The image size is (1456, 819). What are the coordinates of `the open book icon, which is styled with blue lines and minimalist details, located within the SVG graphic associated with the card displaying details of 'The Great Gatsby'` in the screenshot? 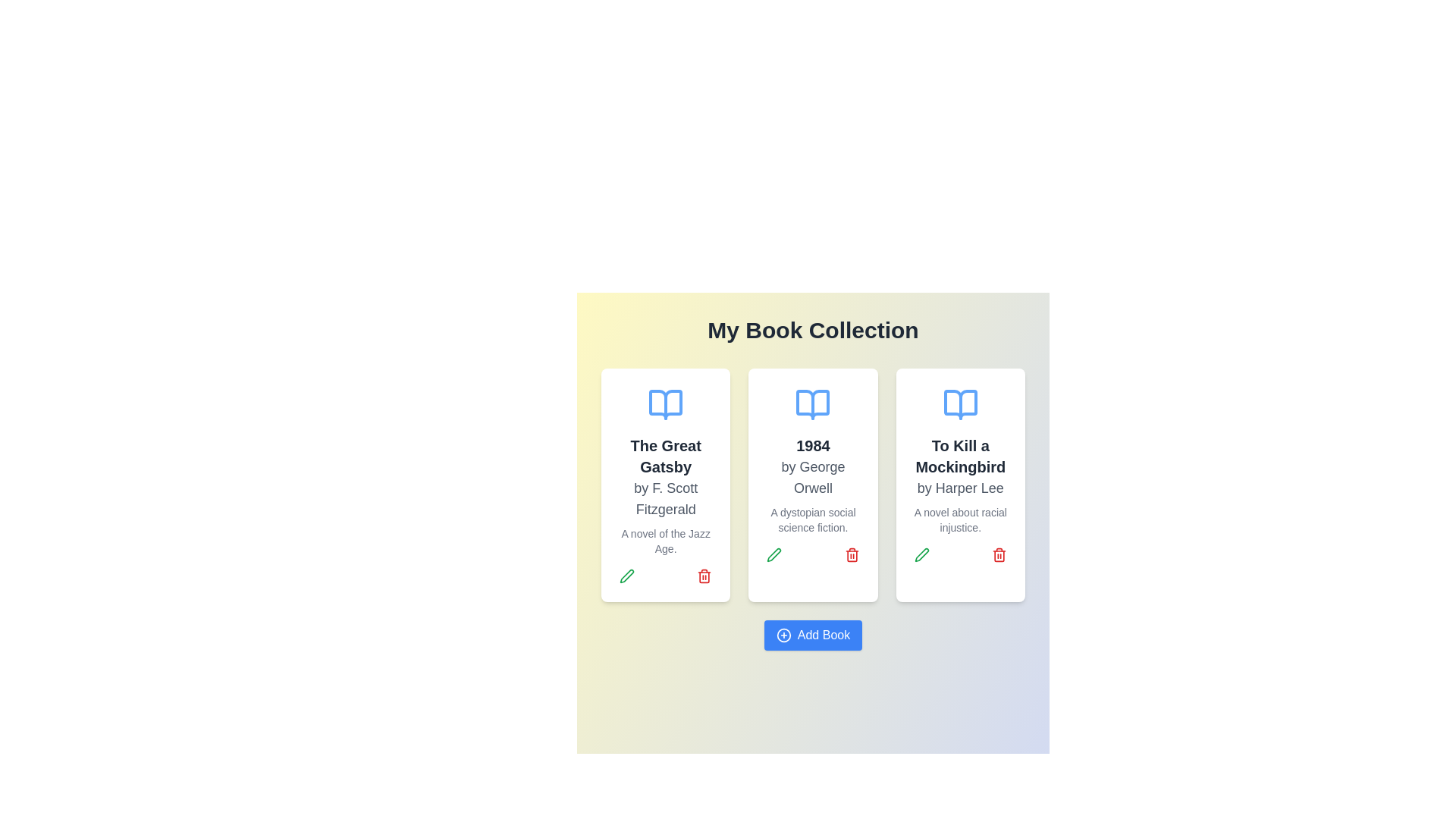 It's located at (666, 403).